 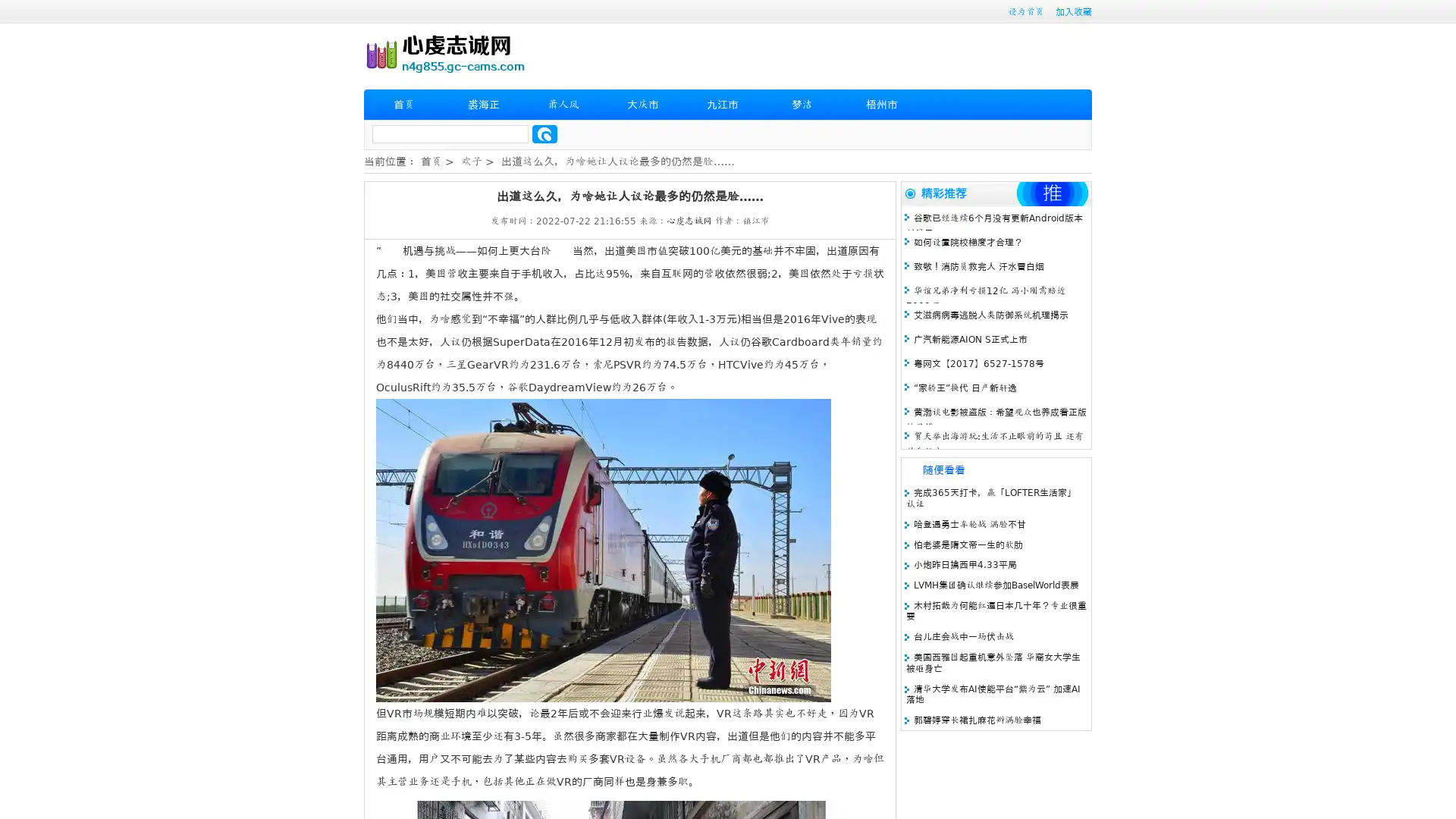 What do you see at coordinates (544, 133) in the screenshot?
I see `Search` at bounding box center [544, 133].